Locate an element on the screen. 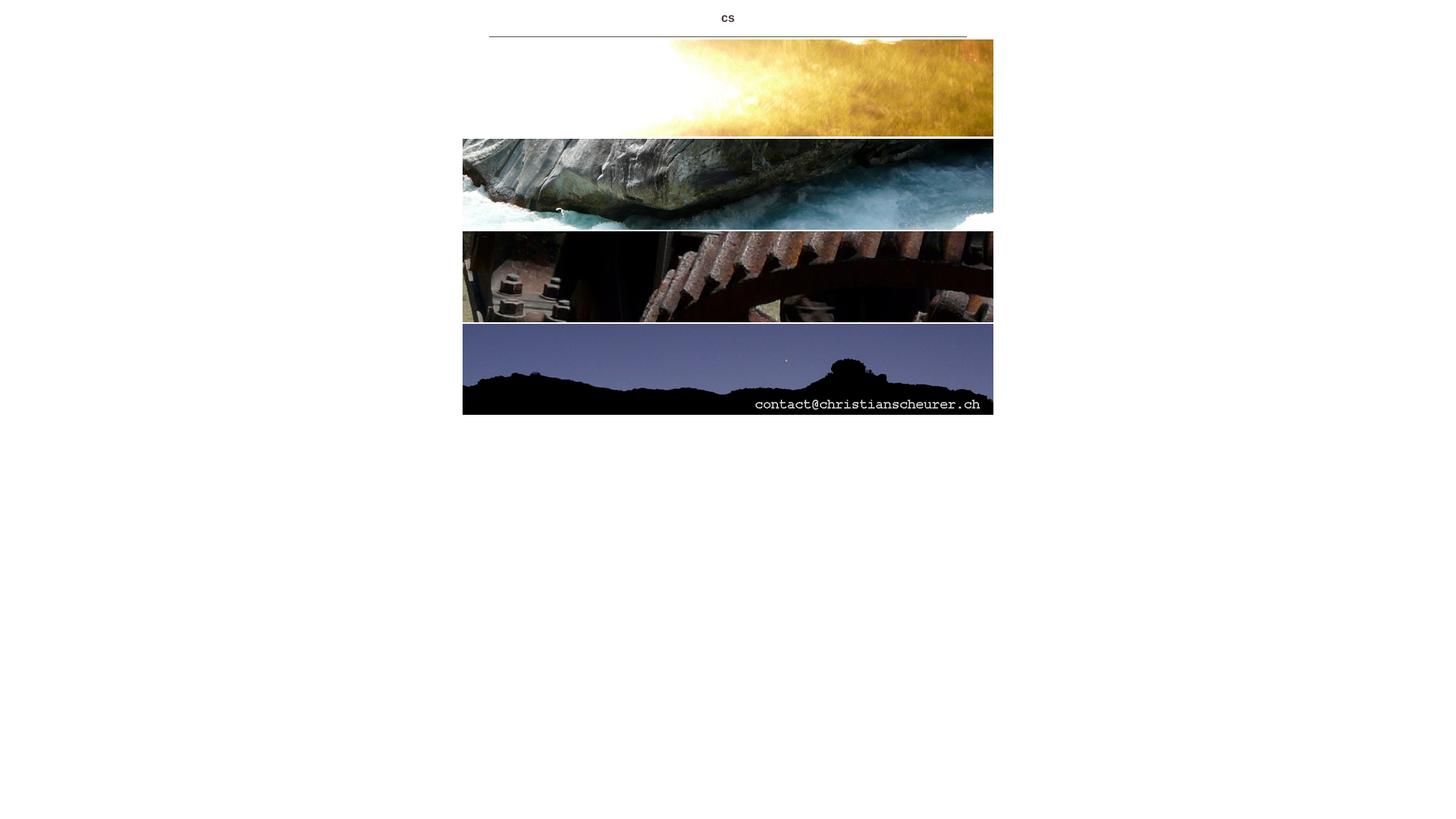 Image resolution: width=1456 pixels, height=819 pixels. 'cs' is located at coordinates (728, 17).